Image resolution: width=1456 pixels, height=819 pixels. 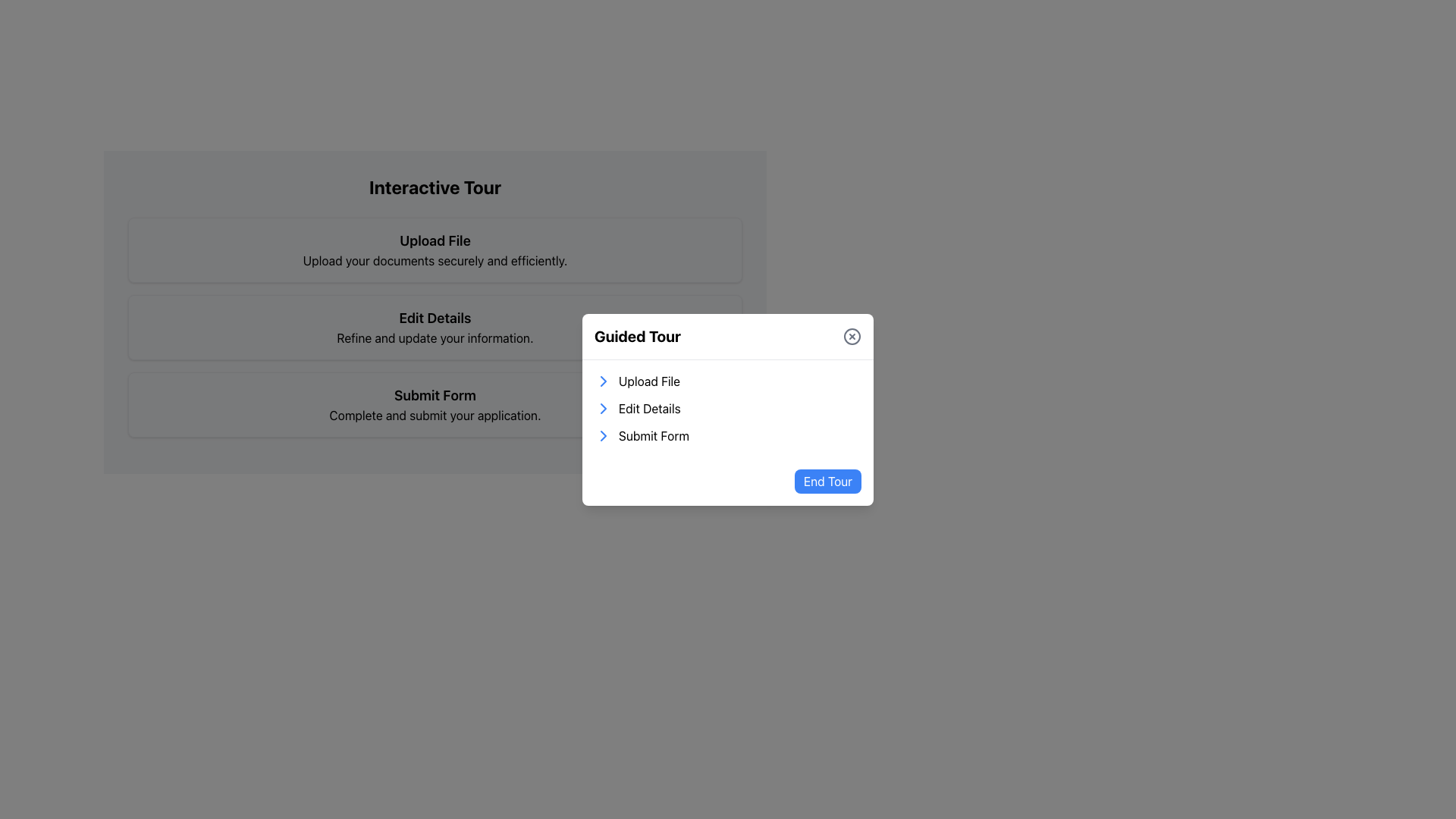 I want to click on the 'Submit Form' text label within the 'Guided Tour' modal, which is the last item in a vertical list of options, so click(x=654, y=435).